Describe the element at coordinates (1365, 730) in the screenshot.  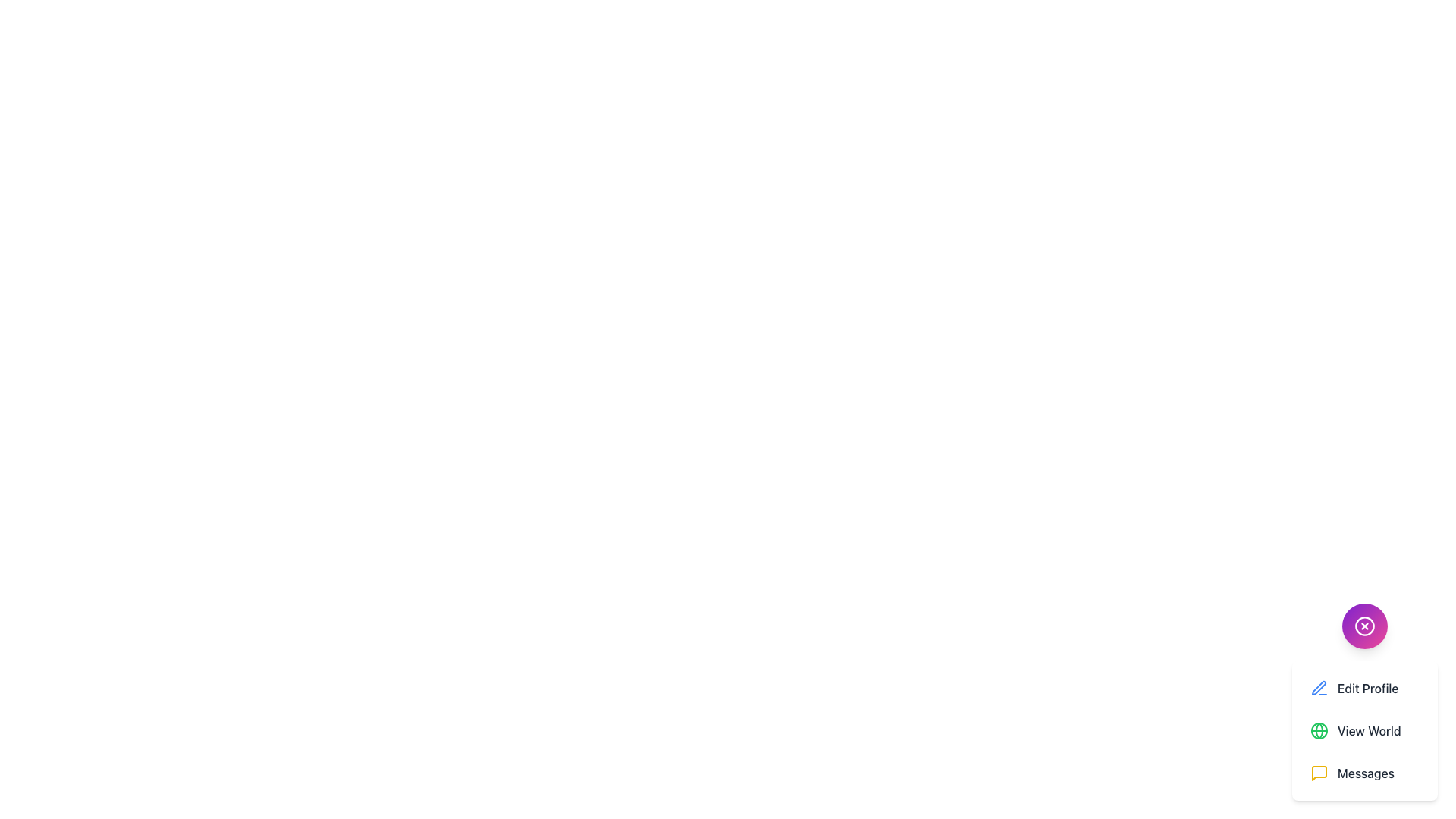
I see `the second button in the vertical list that routes users to a world viewing section, located towards the bottom-right corner of the interface` at that location.